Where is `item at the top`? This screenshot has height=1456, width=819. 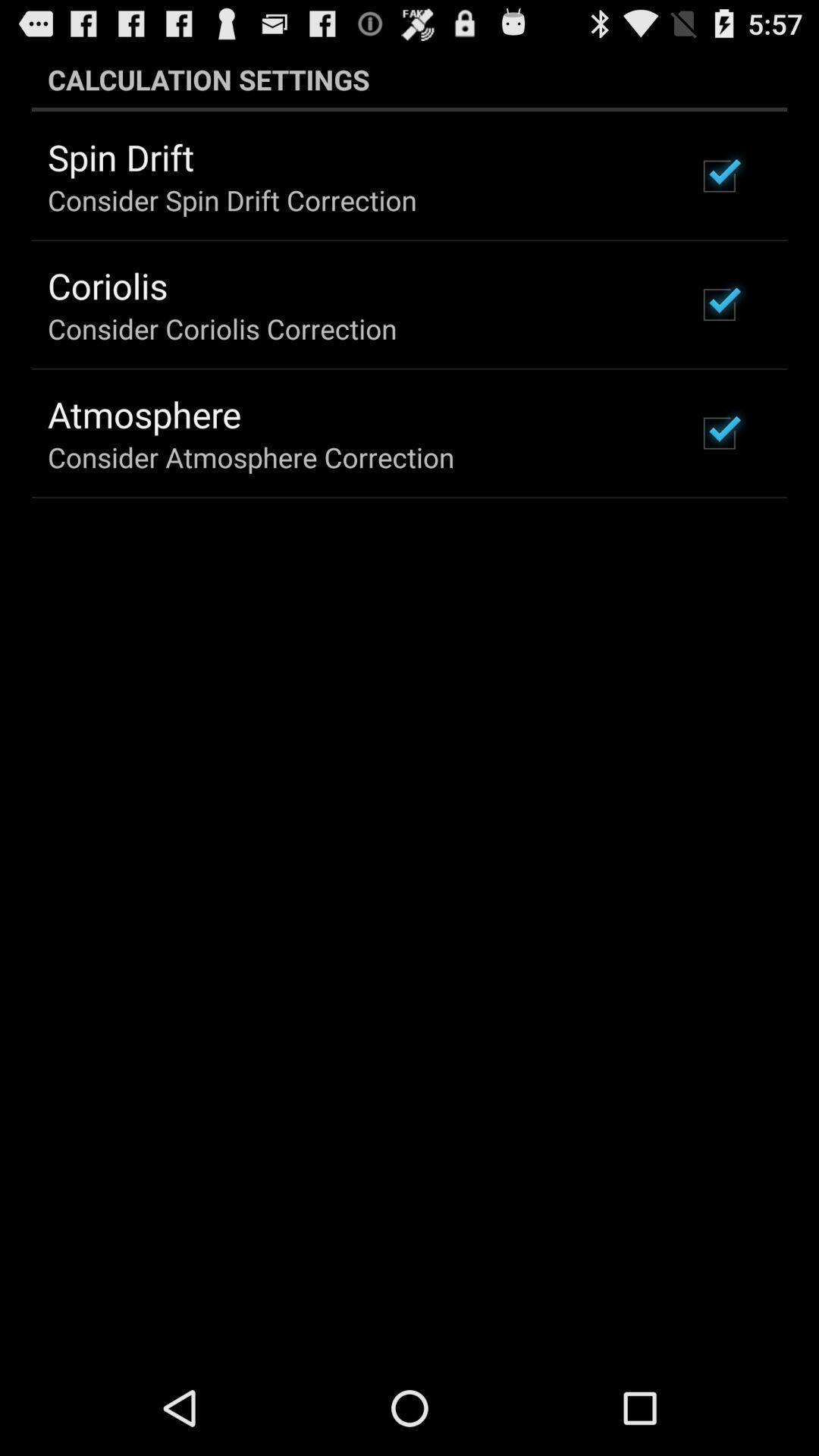
item at the top is located at coordinates (409, 79).